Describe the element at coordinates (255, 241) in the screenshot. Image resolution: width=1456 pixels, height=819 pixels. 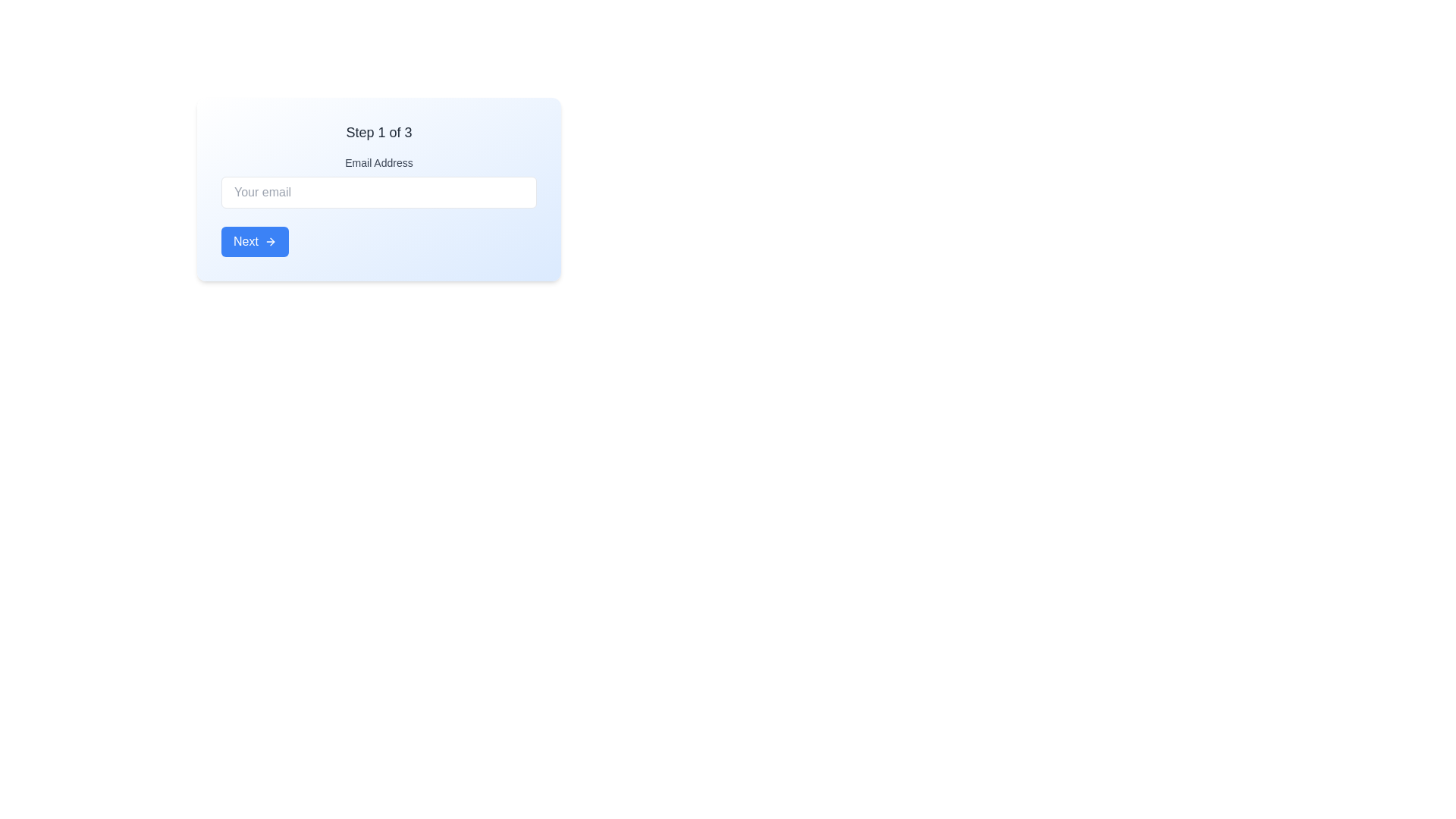
I see `the 'Next' button, which has a blue background, white text, and a rightward arrow icon, to proceed to the next step` at that location.